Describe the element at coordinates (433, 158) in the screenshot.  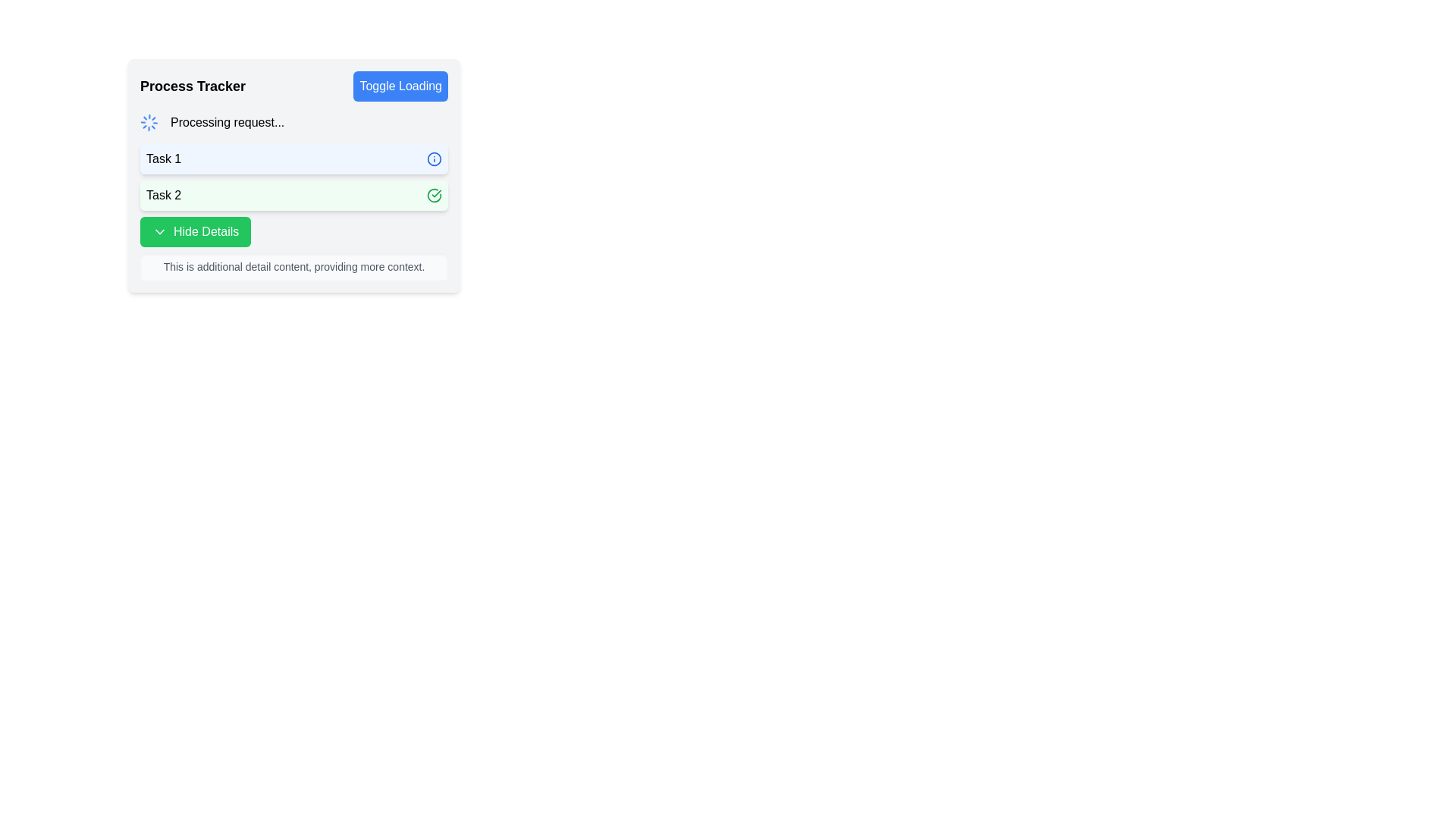
I see `the circular icon component representing Task 1's status in the Process Tracker section` at that location.